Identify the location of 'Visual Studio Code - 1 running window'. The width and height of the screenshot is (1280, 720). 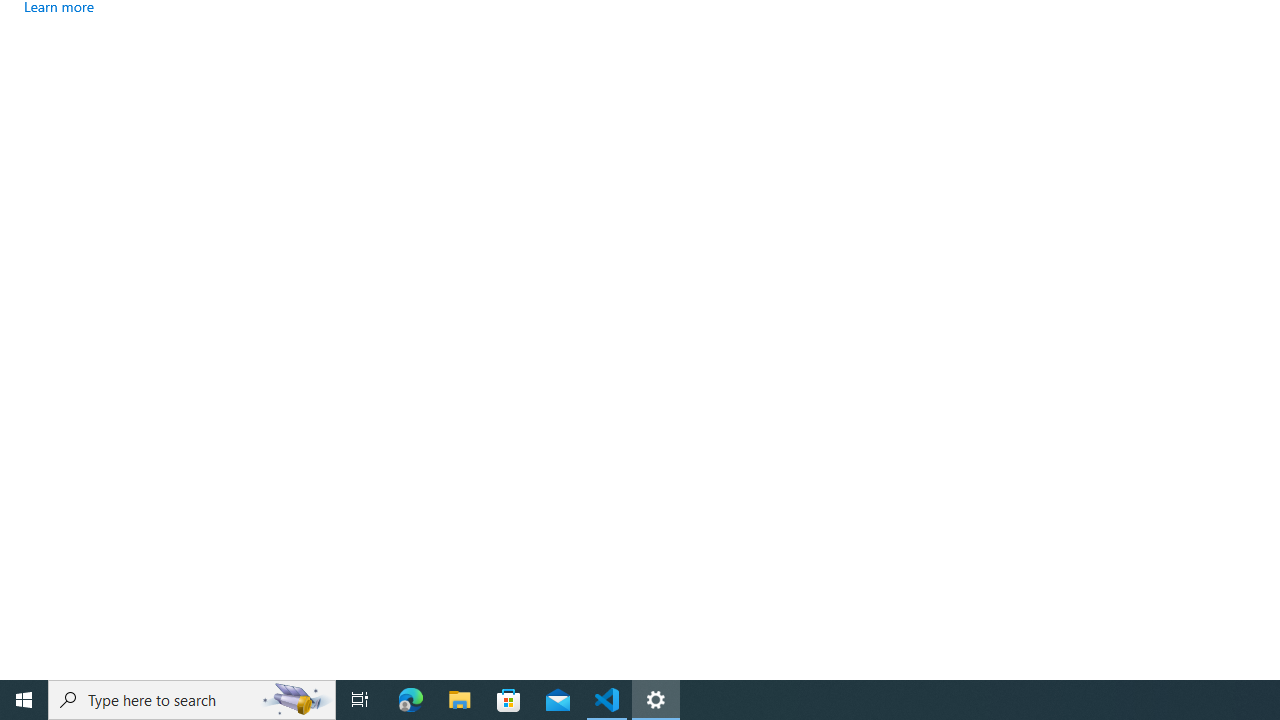
(606, 698).